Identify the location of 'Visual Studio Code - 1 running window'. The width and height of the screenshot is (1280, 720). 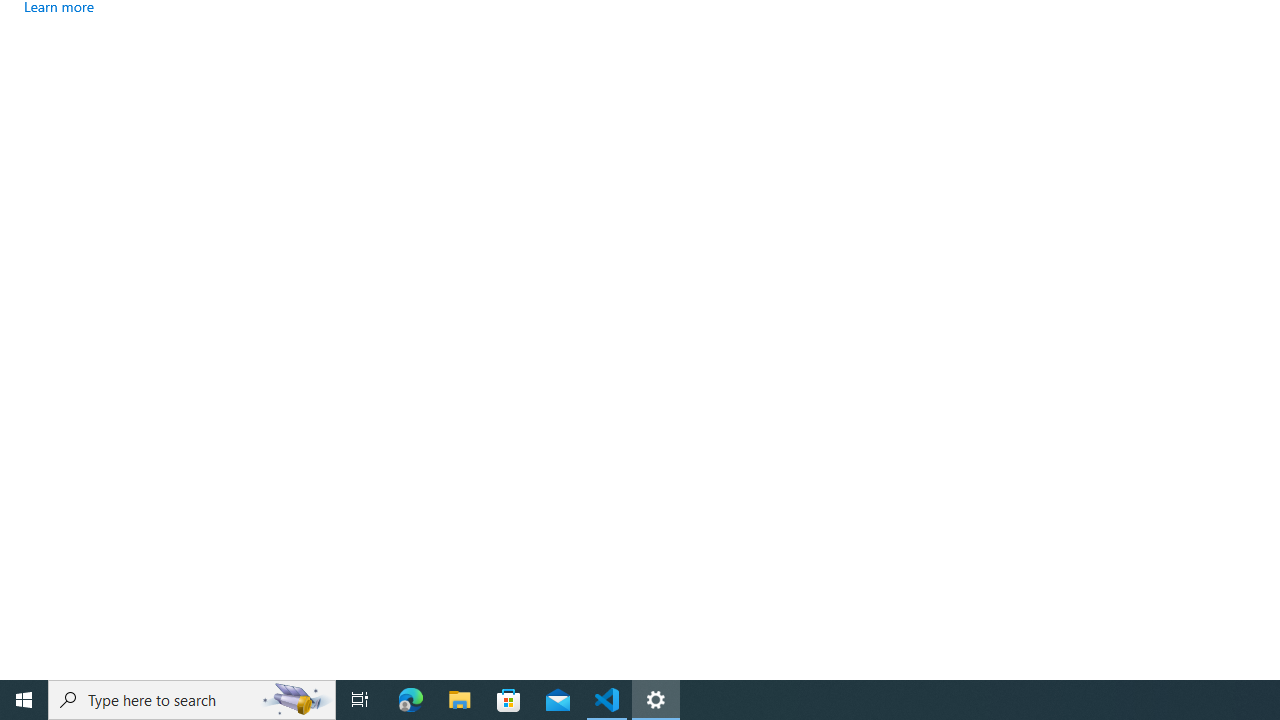
(606, 698).